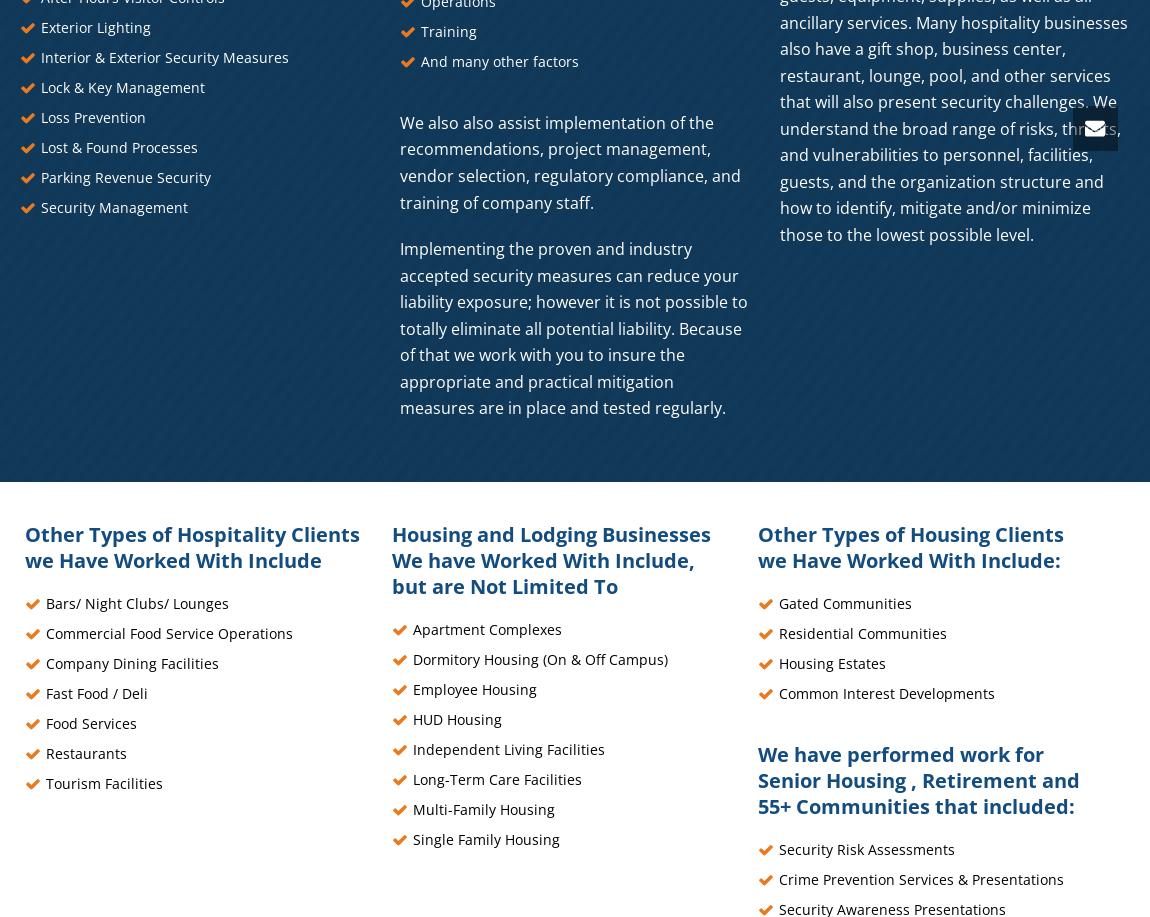 The width and height of the screenshot is (1150, 917). I want to click on 'Other Types of Hospitality Clients we Have Worked With Include', so click(191, 546).